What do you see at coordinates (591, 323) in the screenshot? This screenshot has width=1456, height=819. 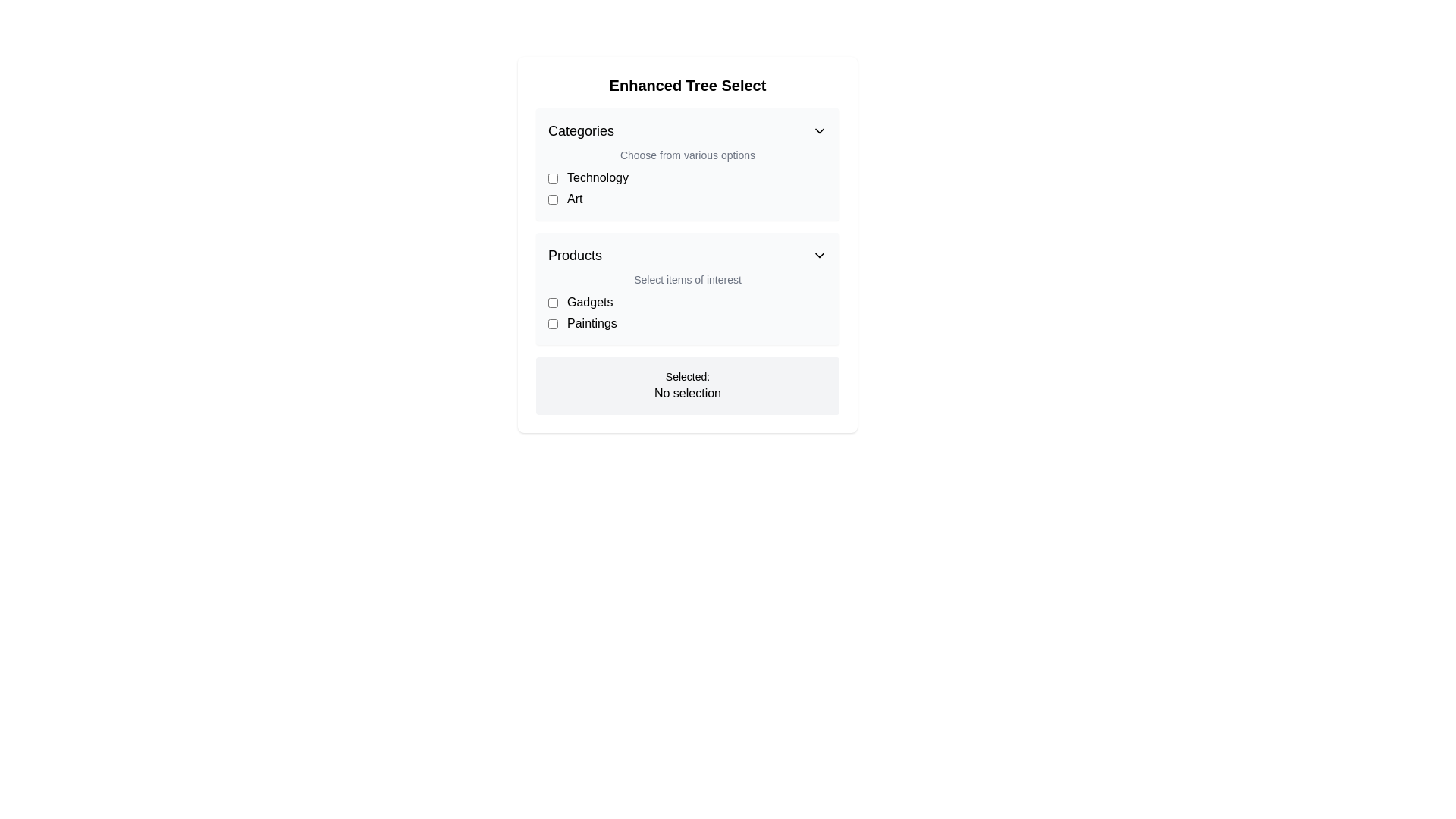 I see `text label 'Paintings' which is located to the right of the checkbox in the 'Products' section of the interface` at bounding box center [591, 323].